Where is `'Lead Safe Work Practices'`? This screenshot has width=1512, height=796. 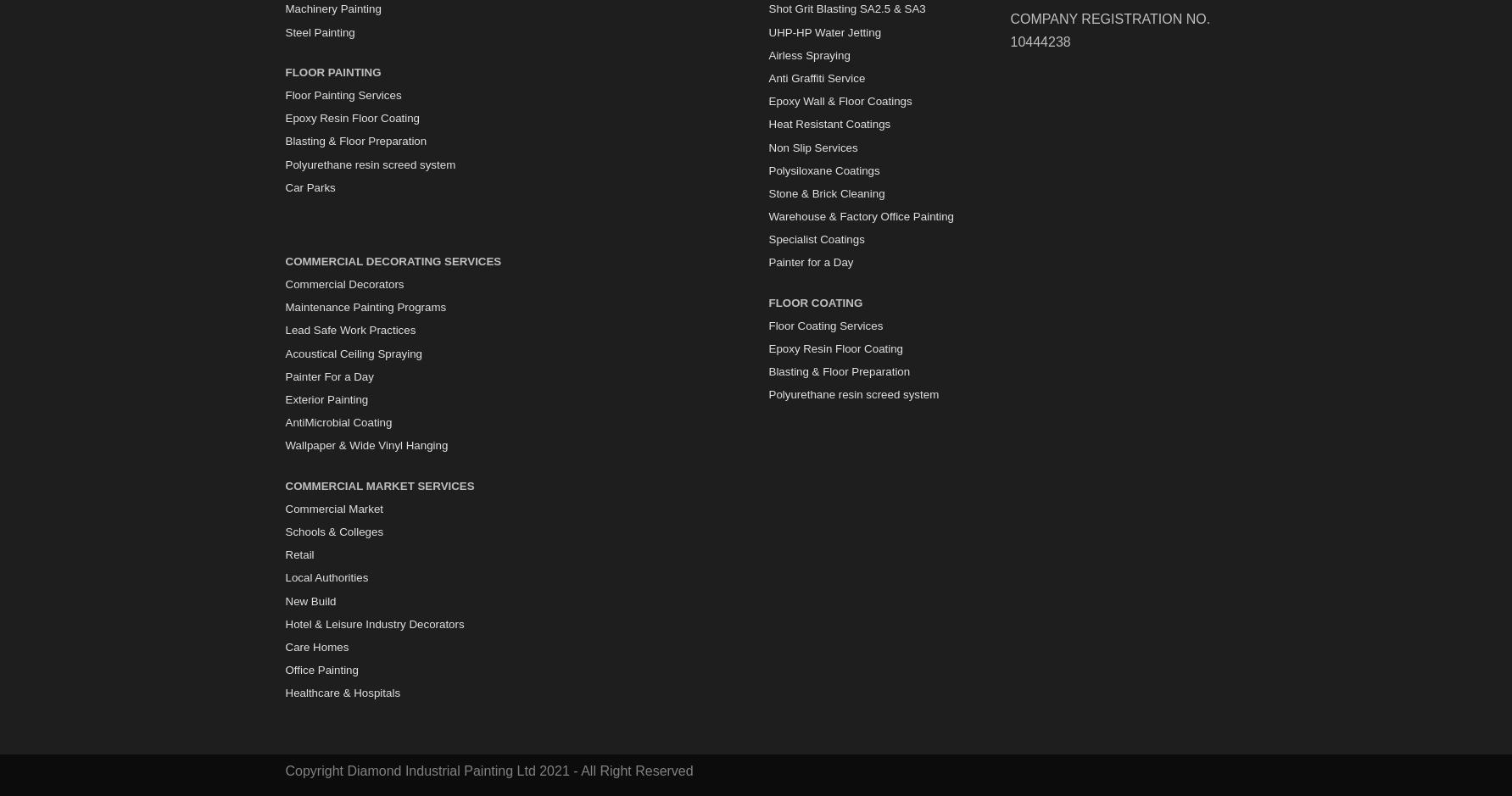 'Lead Safe Work Practices' is located at coordinates (349, 330).